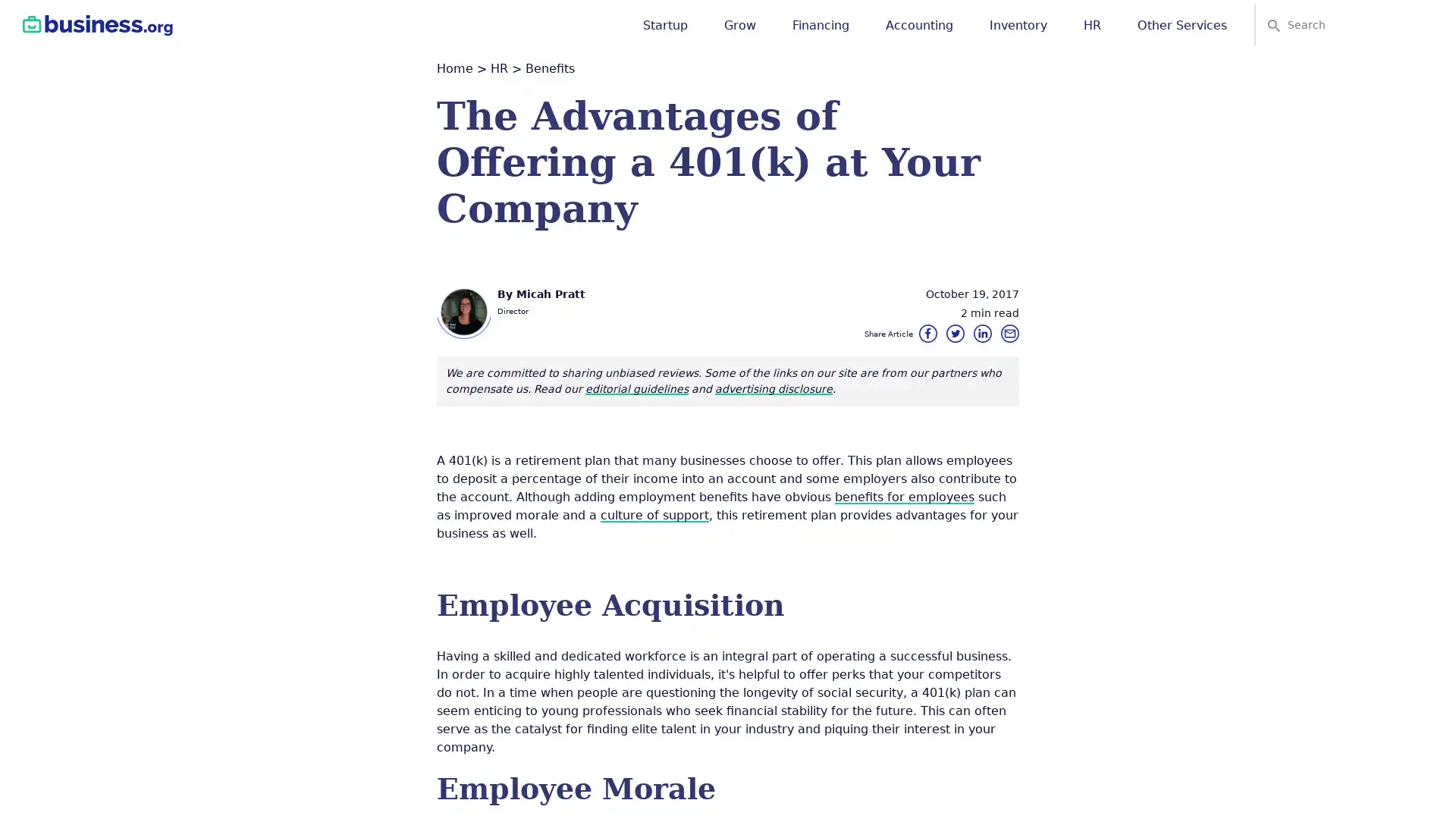  Describe the element at coordinates (954, 332) in the screenshot. I see `Social Twitter O Dark` at that location.